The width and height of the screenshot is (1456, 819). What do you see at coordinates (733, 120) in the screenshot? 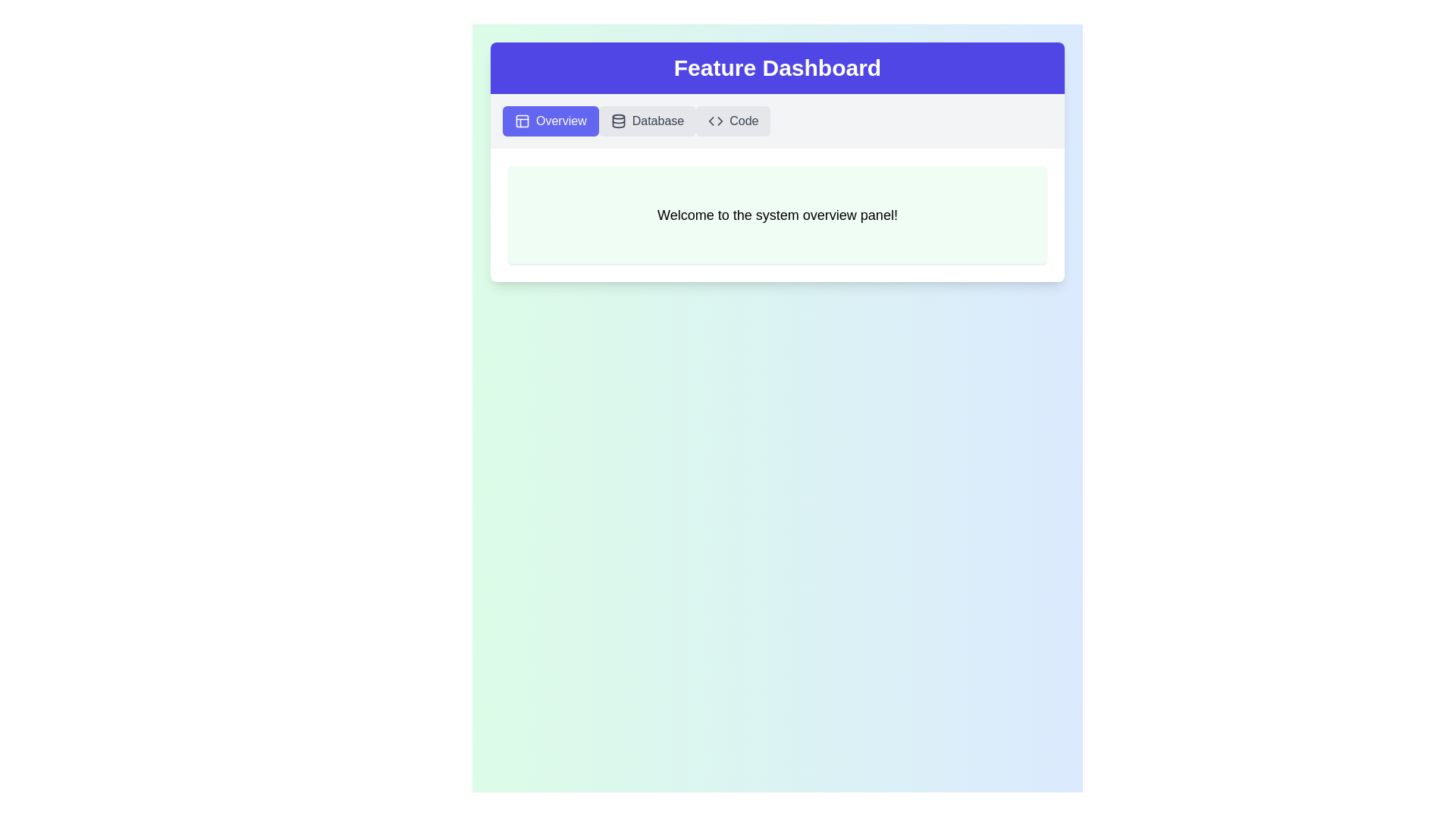
I see `the 'Code' button, which is the third button in a row of interactive buttons` at bounding box center [733, 120].